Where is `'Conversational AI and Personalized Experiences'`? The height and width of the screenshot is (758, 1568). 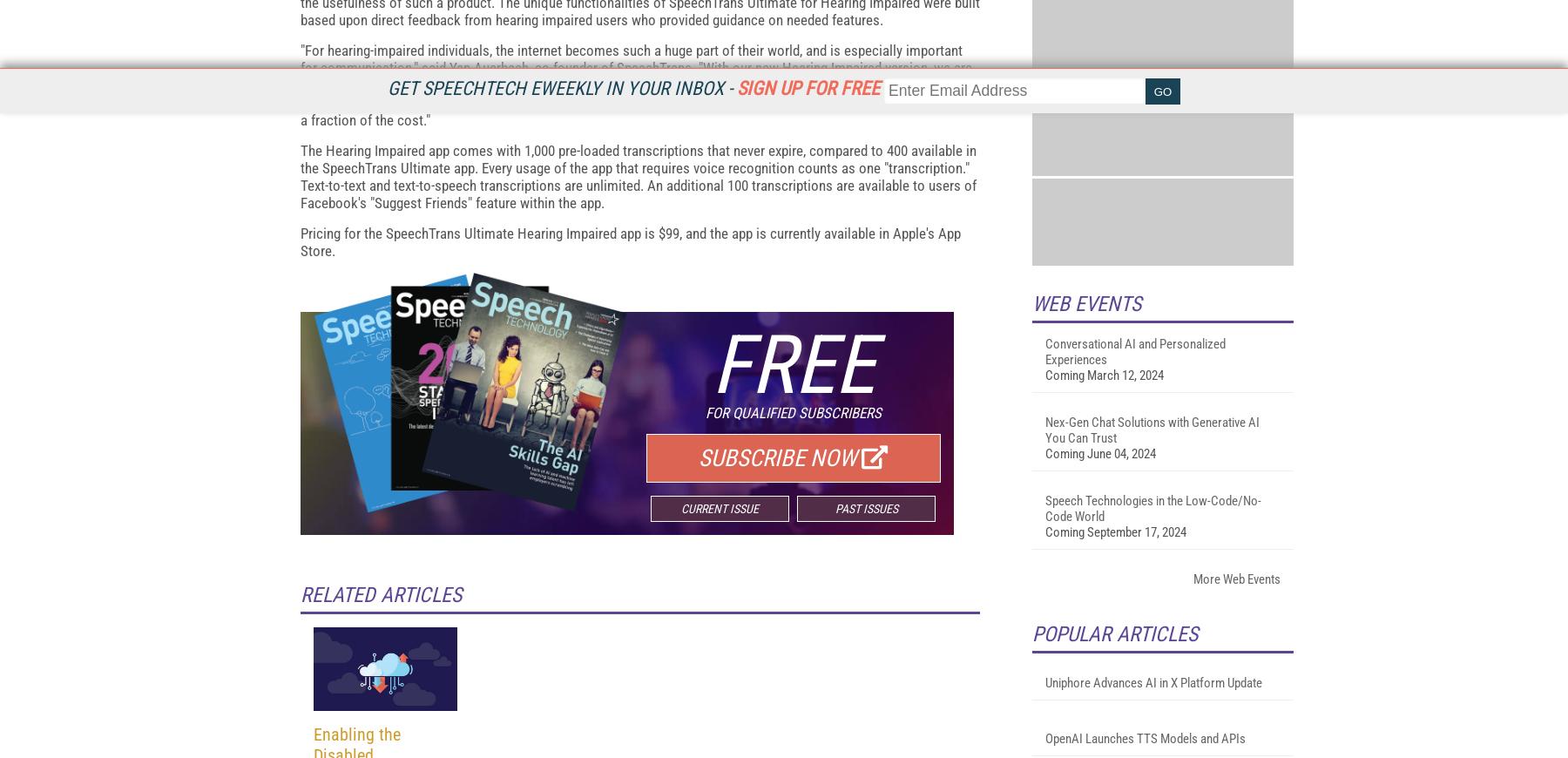
'Conversational AI and Personalized Experiences' is located at coordinates (1135, 559).